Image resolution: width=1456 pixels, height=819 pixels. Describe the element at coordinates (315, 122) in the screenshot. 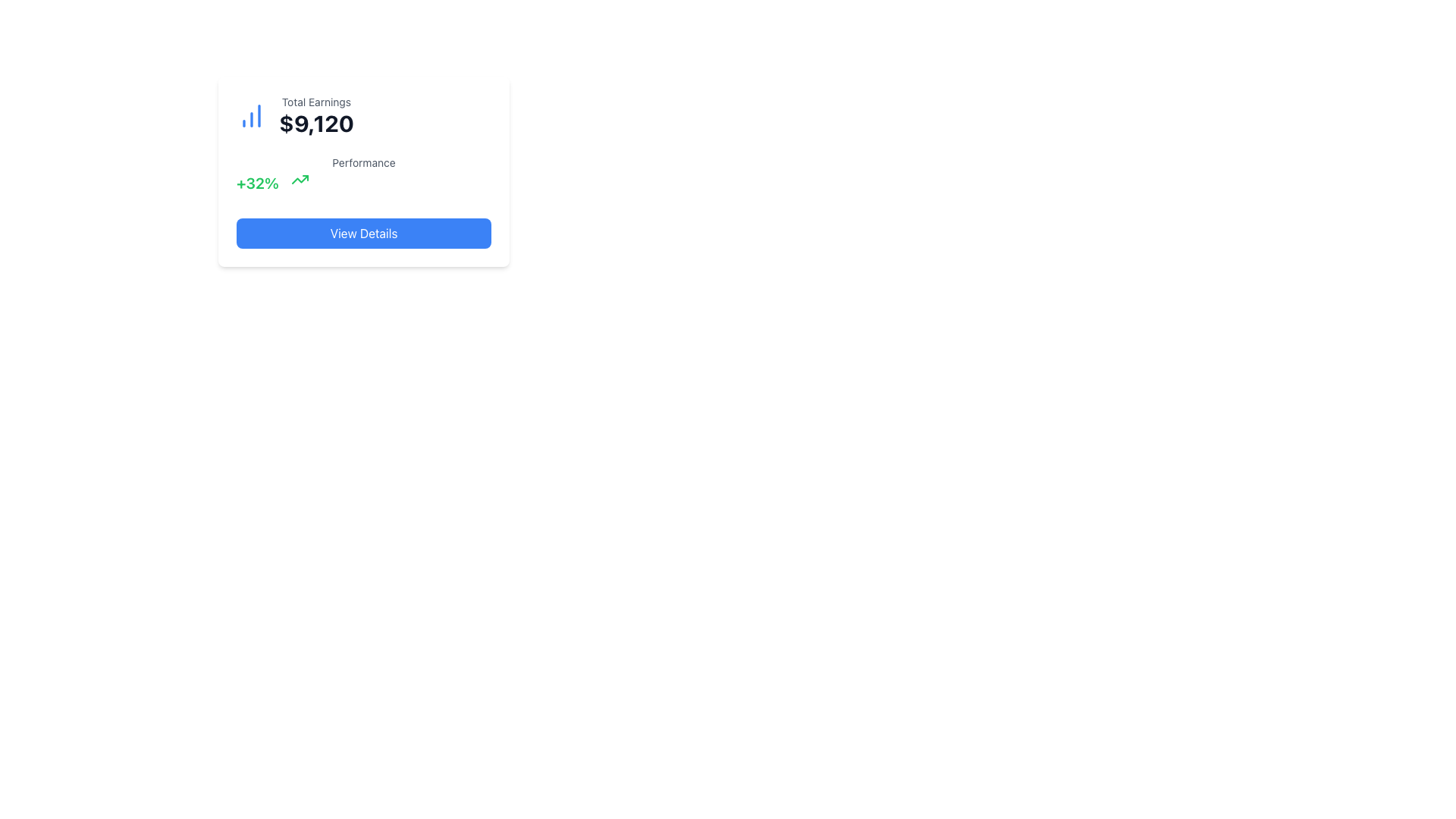

I see `the numeric Text Label displaying '$9,120', which is bold and large, located below the 'Total Earnings' label` at that location.